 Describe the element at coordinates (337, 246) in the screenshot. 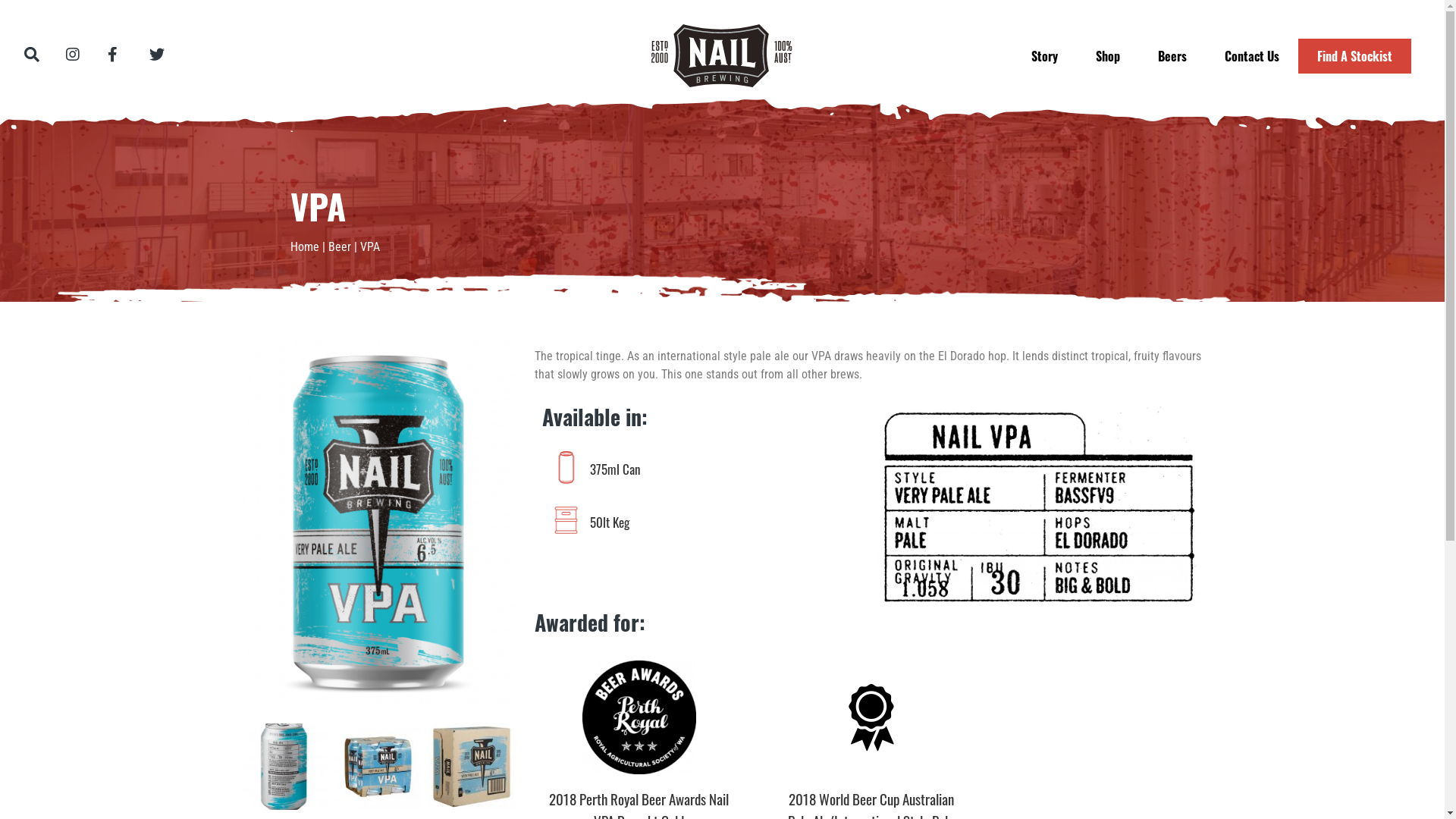

I see `'Beer'` at that location.